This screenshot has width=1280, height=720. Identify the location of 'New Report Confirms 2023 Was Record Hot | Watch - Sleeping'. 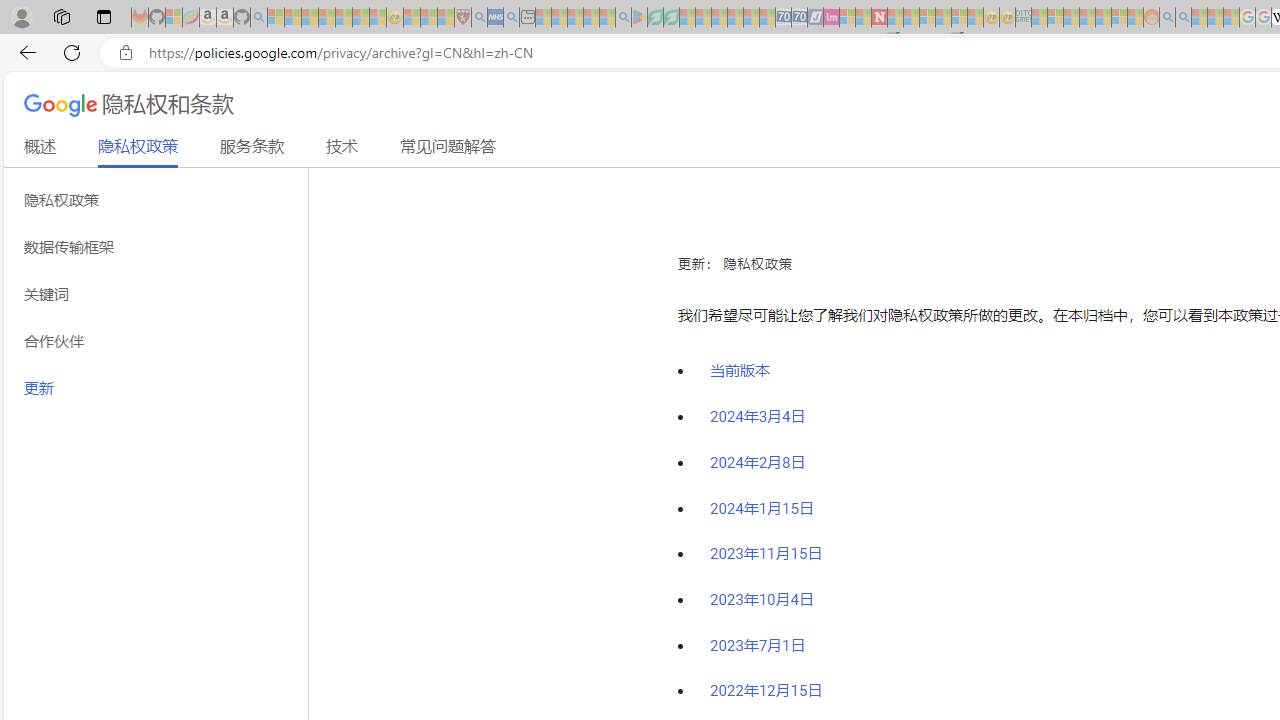
(343, 17).